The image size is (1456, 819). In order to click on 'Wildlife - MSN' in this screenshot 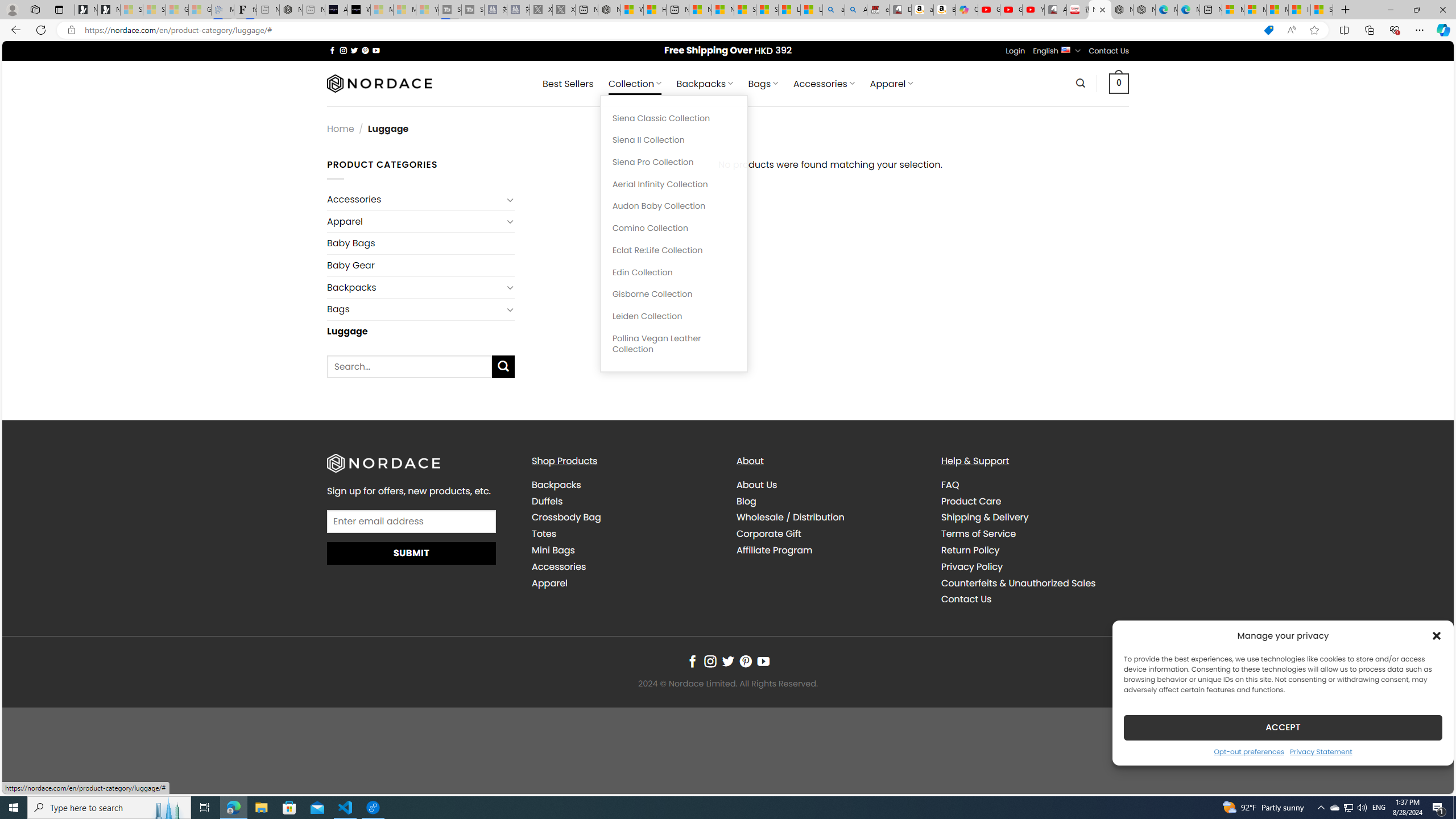, I will do `click(631, 9)`.